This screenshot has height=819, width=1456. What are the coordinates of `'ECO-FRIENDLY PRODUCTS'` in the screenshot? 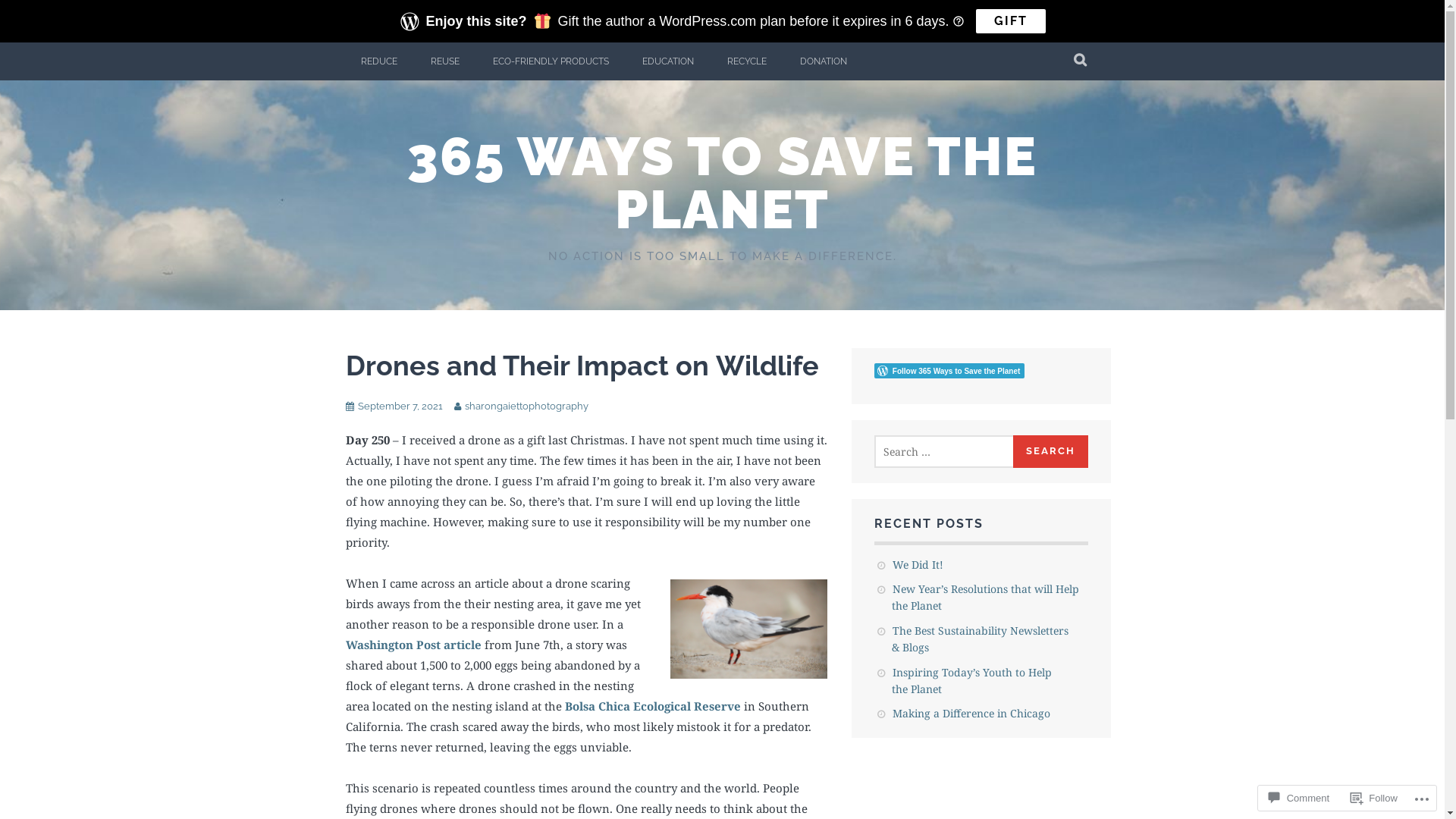 It's located at (476, 61).